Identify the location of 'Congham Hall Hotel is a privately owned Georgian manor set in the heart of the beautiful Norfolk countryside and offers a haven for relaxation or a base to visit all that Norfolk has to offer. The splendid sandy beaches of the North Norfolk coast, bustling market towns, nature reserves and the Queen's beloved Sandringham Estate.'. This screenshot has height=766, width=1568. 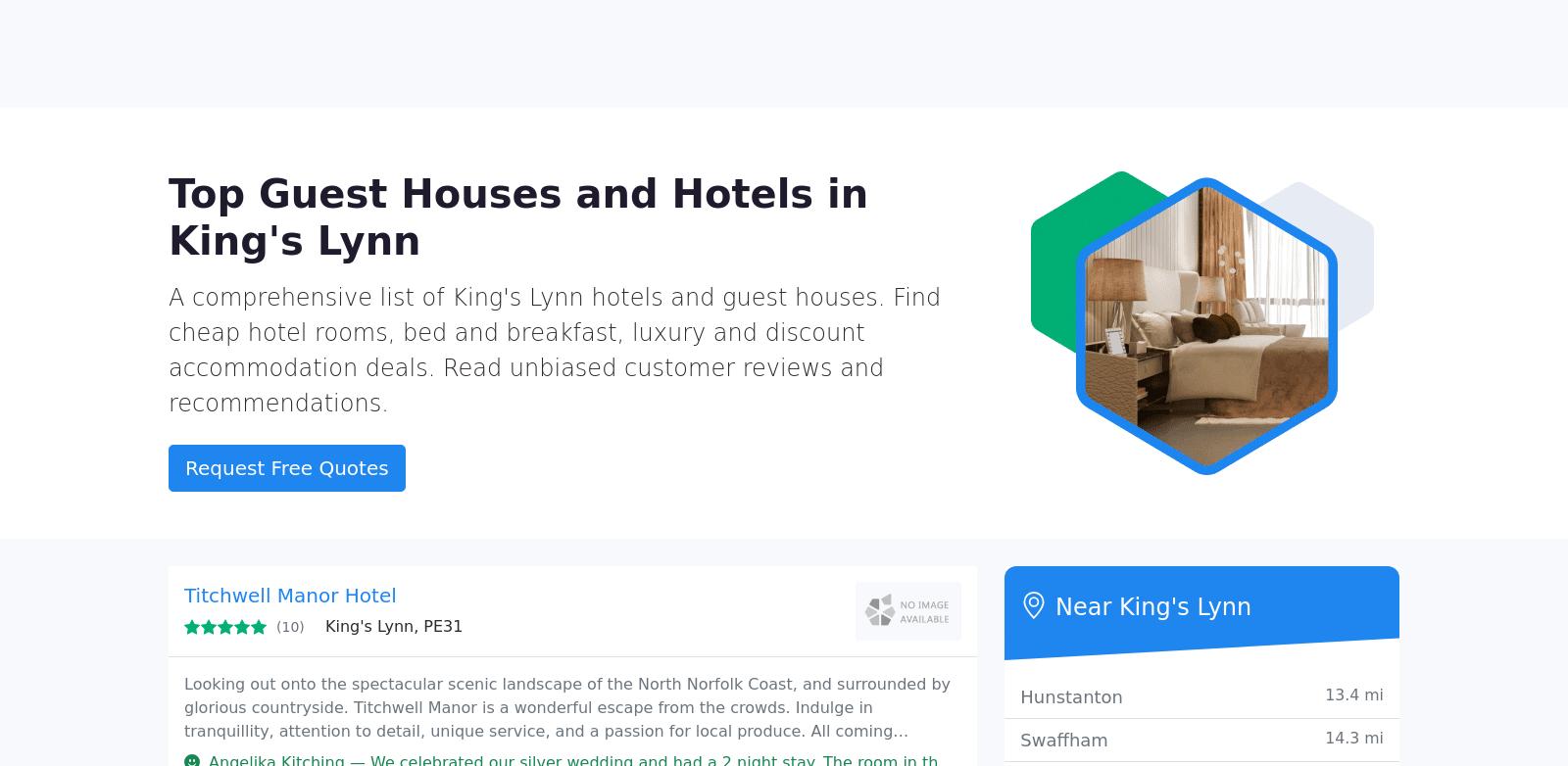
(564, 128).